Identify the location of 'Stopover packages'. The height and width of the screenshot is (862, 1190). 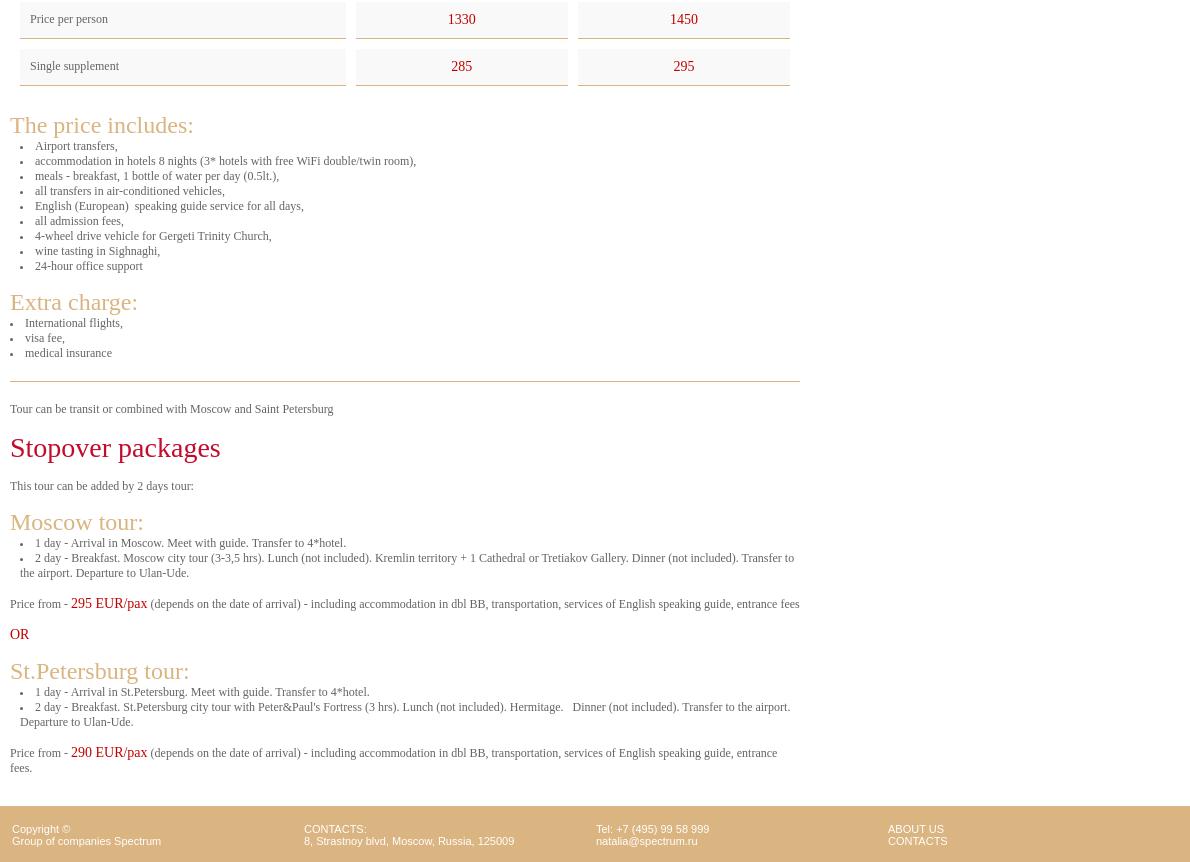
(113, 447).